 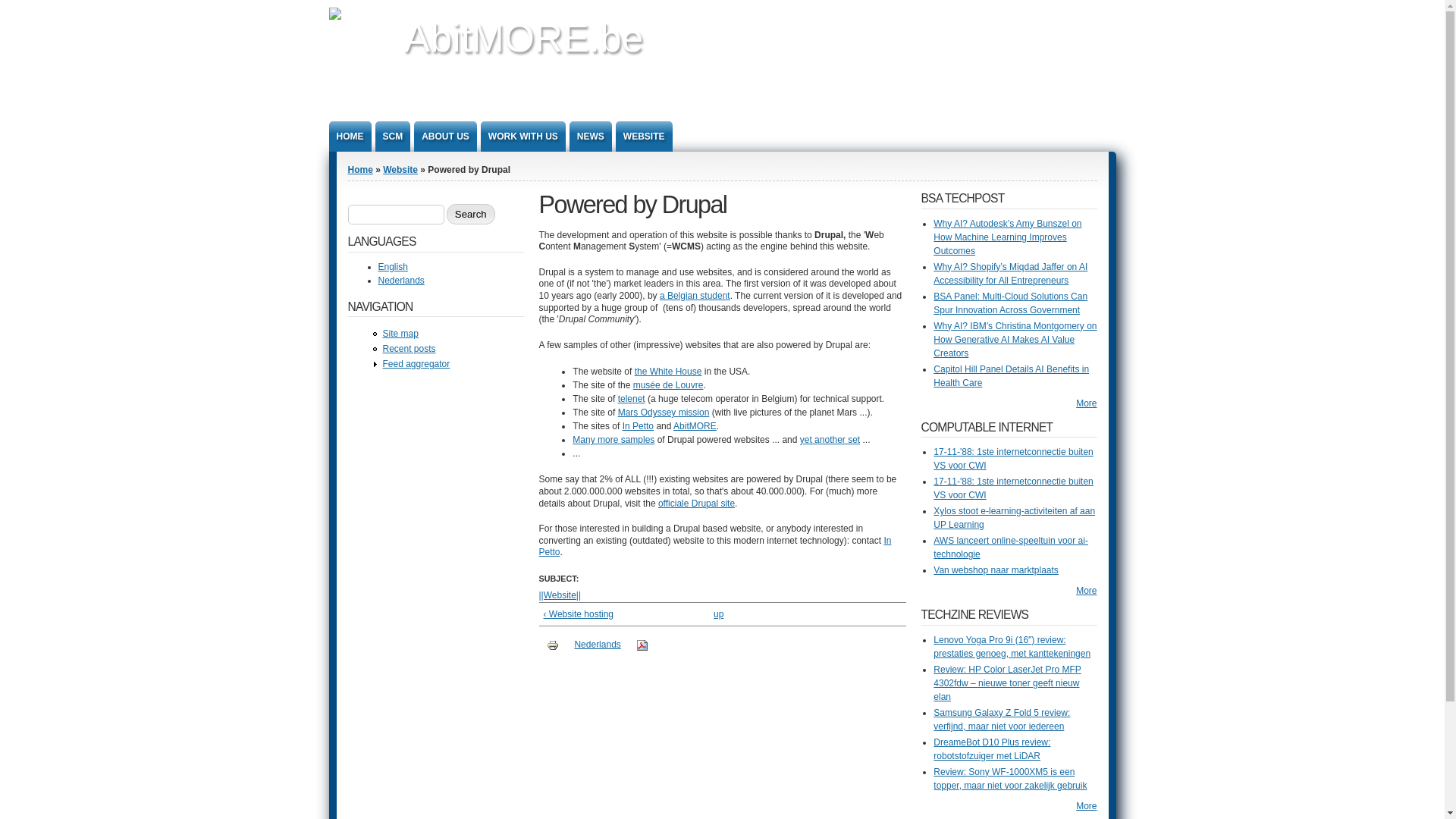 I want to click on 'yet another set', so click(x=829, y=439).